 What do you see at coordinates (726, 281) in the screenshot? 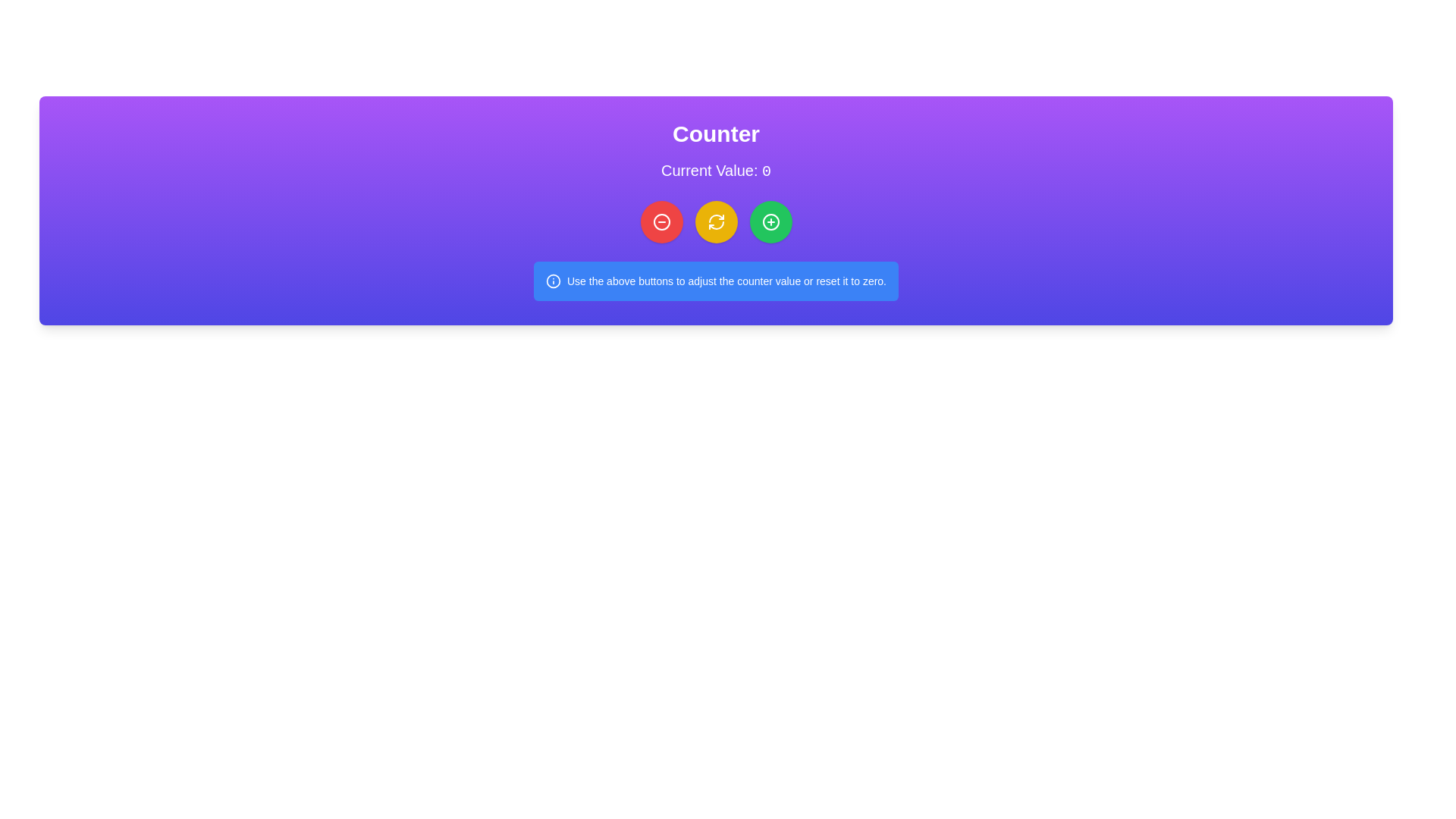
I see `the static text element that instructs to 'Use the above buttons to adjust the counter value or reset it to zero', which is styled in white text on a blue background and located below three circular buttons` at bounding box center [726, 281].